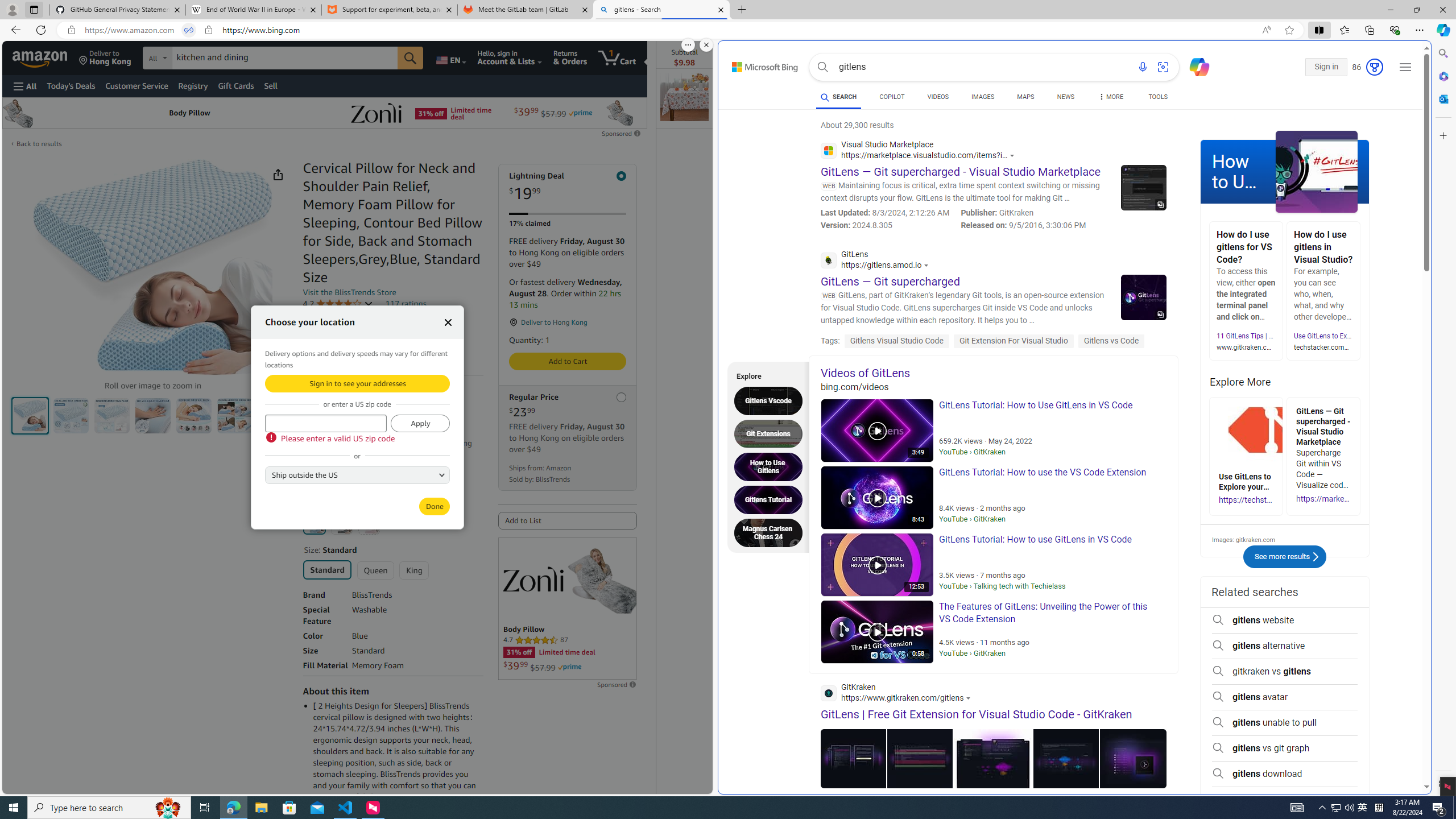 Image resolution: width=1456 pixels, height=819 pixels. I want to click on 'Visual Studio Marketplace', so click(920, 152).